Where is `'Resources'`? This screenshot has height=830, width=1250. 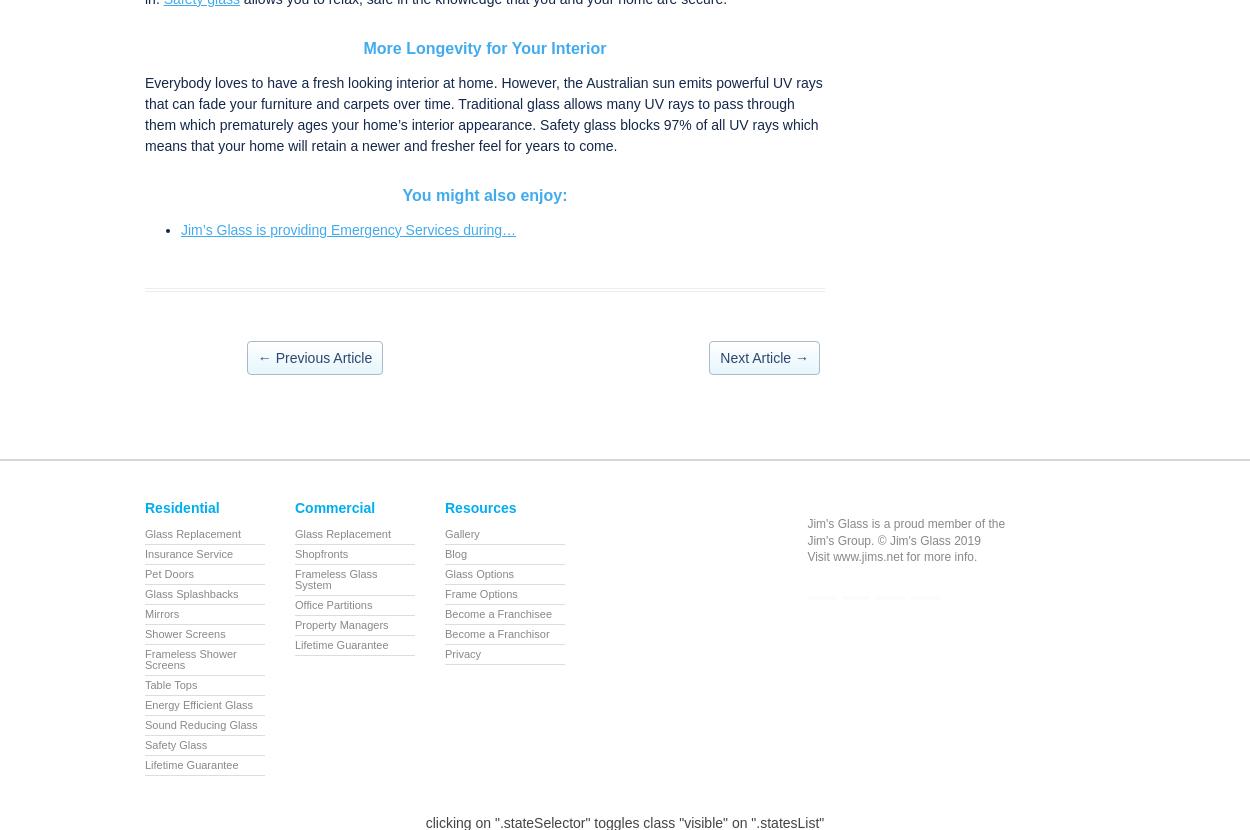 'Resources' is located at coordinates (479, 506).